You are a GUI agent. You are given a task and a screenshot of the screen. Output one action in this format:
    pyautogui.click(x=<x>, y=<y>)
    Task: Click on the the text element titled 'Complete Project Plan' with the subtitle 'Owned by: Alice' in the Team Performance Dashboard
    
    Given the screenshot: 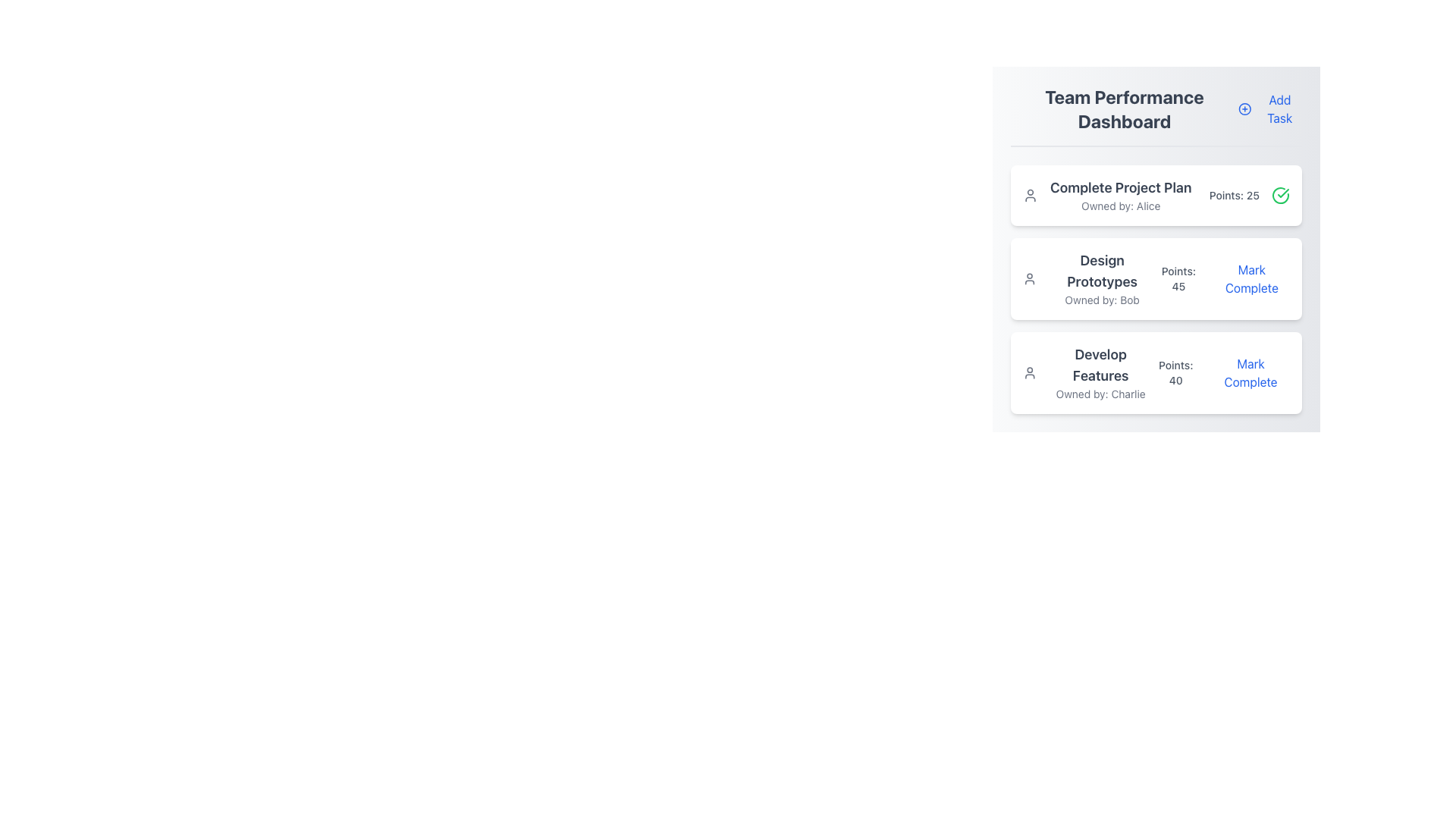 What is the action you would take?
    pyautogui.click(x=1107, y=195)
    